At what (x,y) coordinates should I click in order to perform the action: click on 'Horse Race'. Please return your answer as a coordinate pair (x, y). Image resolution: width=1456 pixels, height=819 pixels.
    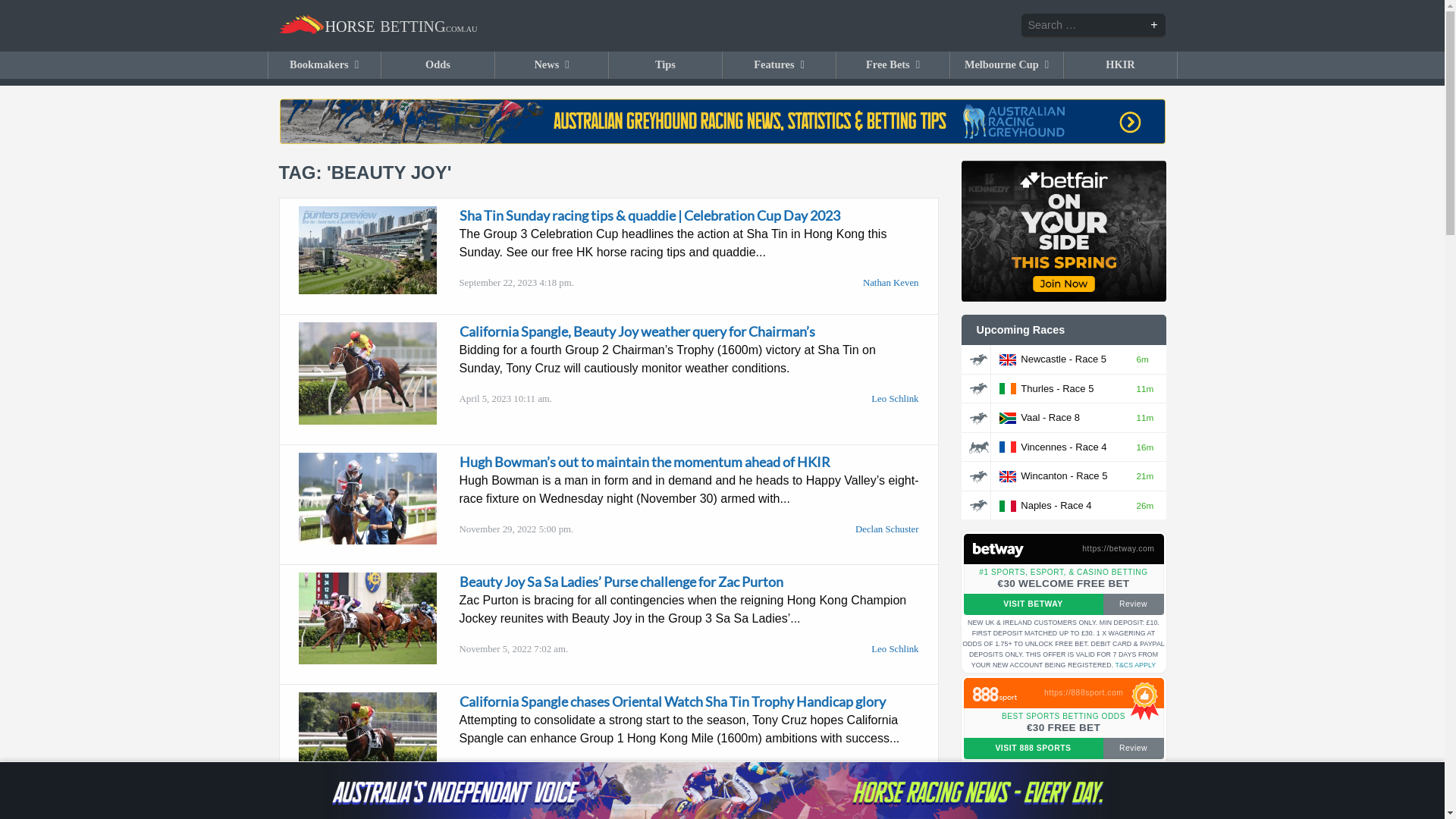
    Looking at the image, I should click on (978, 388).